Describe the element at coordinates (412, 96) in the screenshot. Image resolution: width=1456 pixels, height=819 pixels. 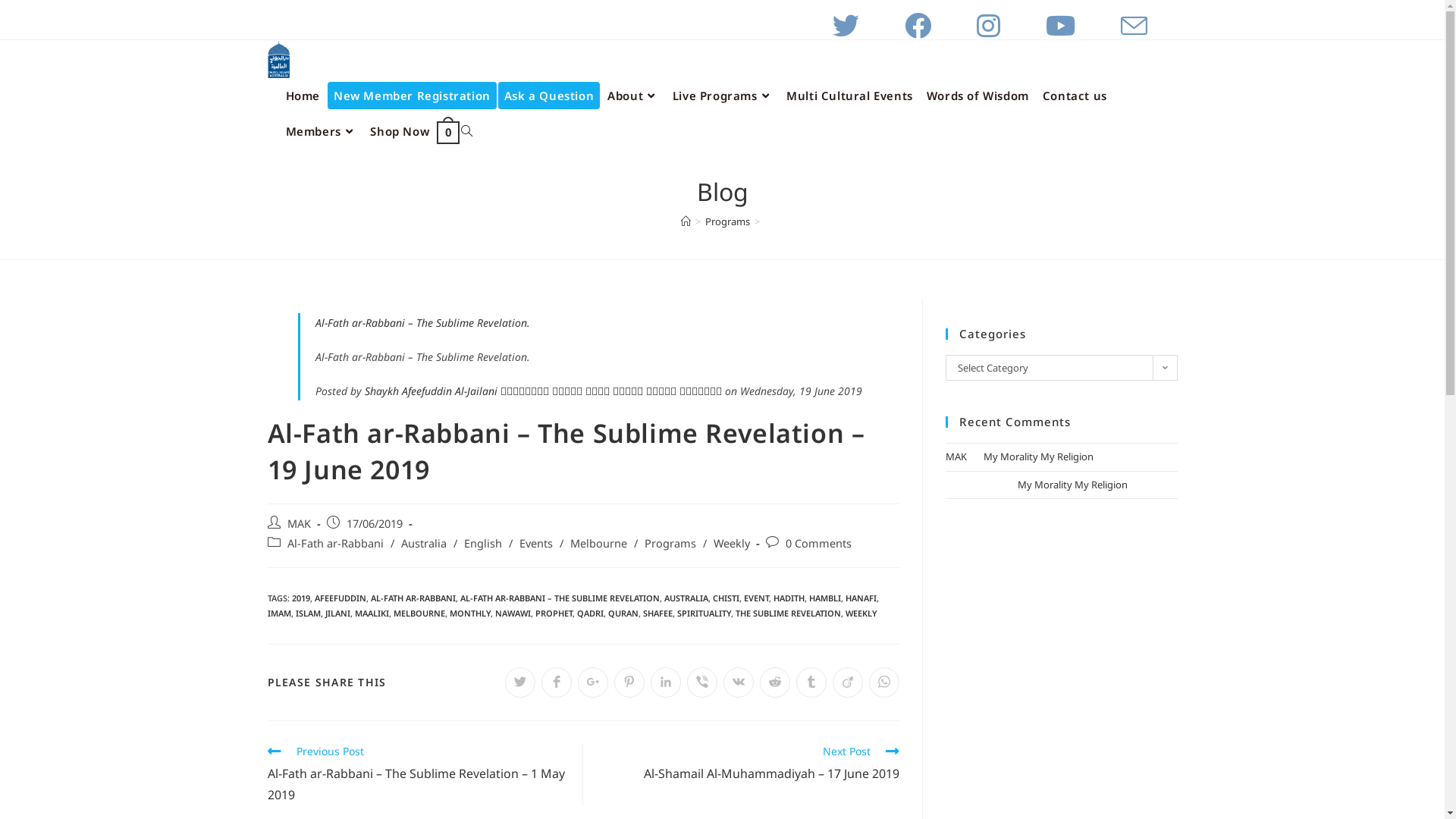
I see `'New Member Registration'` at that location.